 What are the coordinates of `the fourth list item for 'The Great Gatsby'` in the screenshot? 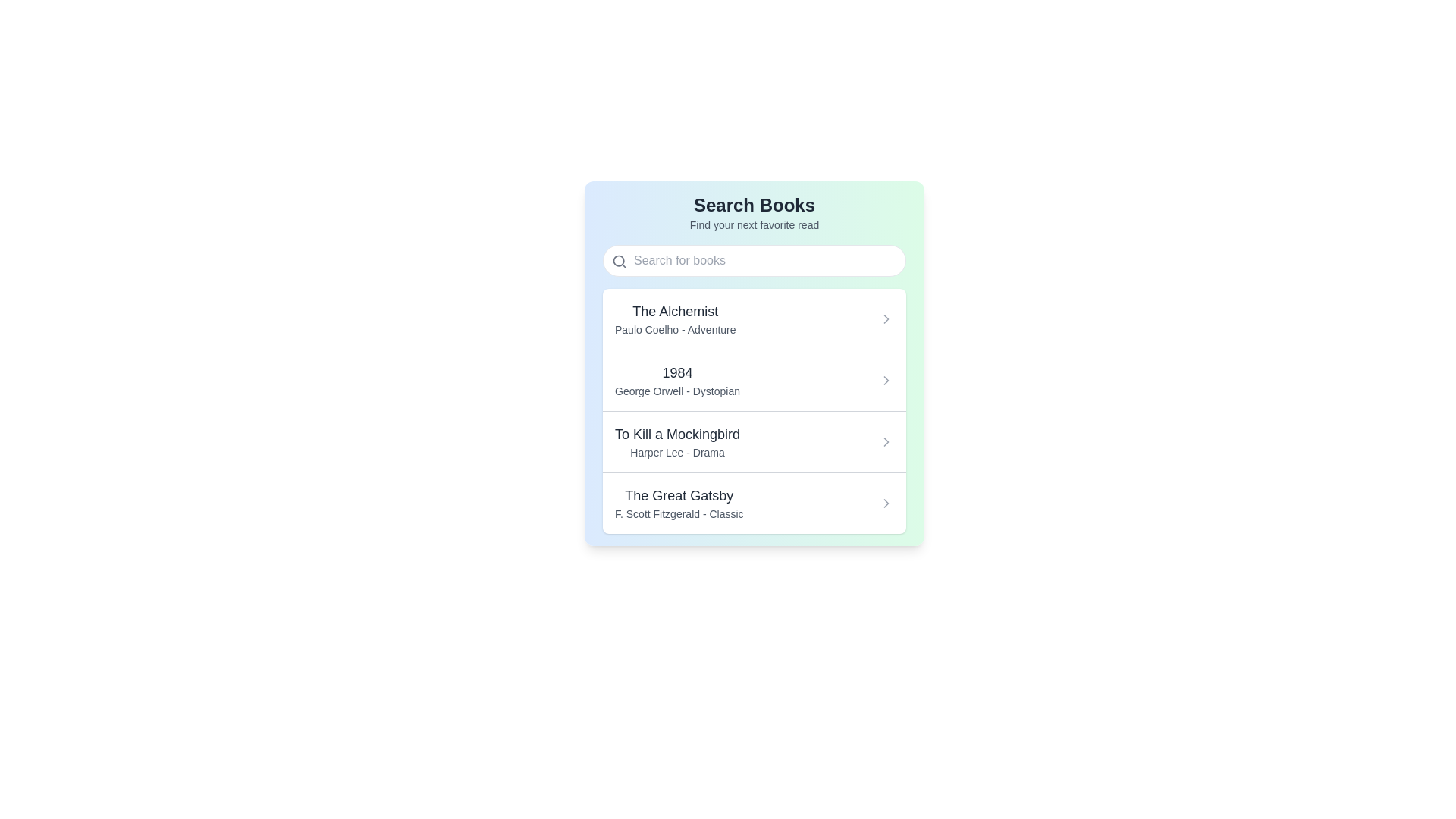 It's located at (754, 503).